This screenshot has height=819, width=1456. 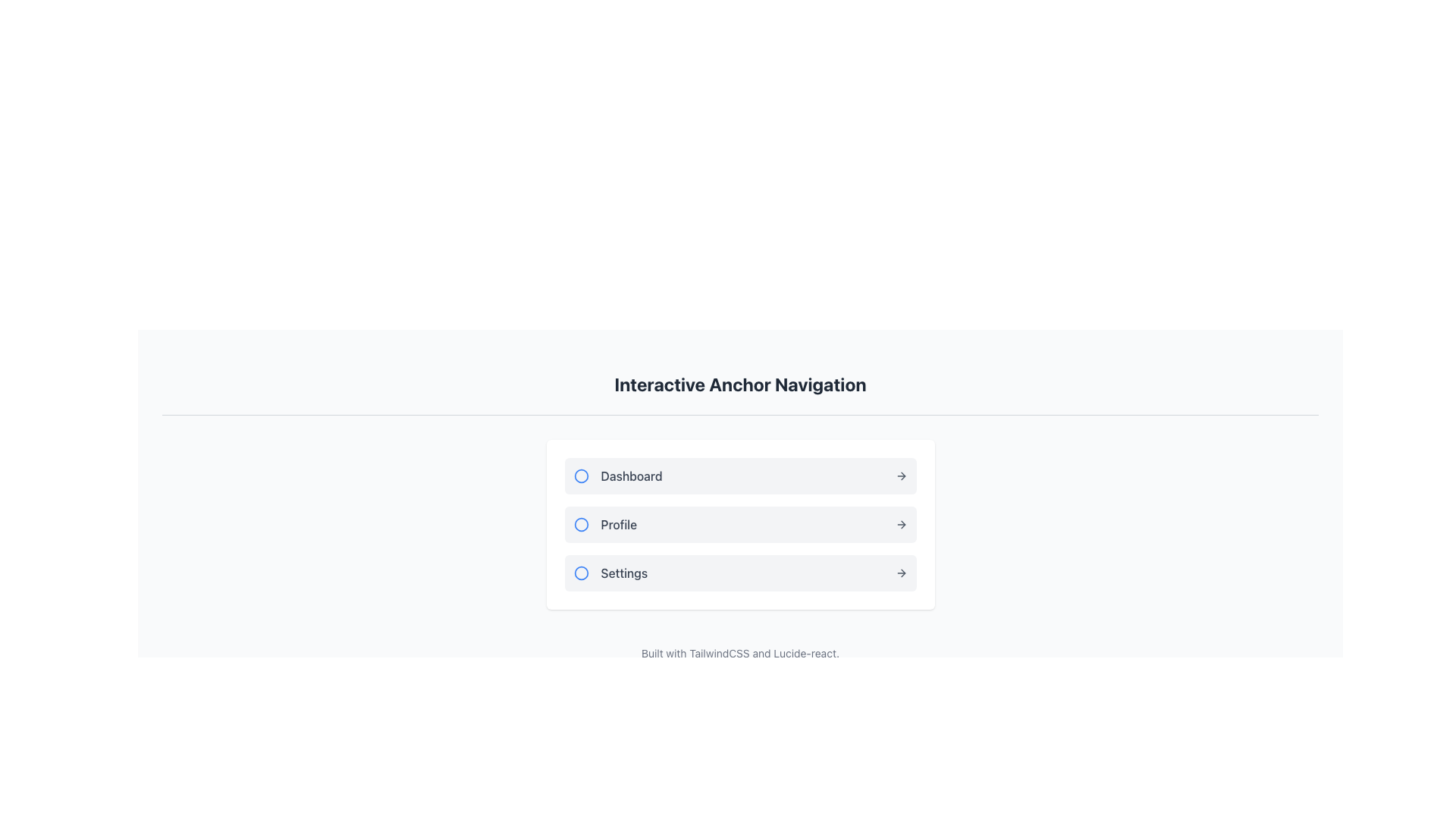 What do you see at coordinates (901, 573) in the screenshot?
I see `the right-pointing arrow icon located at the far-right side of the 'Settings' button` at bounding box center [901, 573].